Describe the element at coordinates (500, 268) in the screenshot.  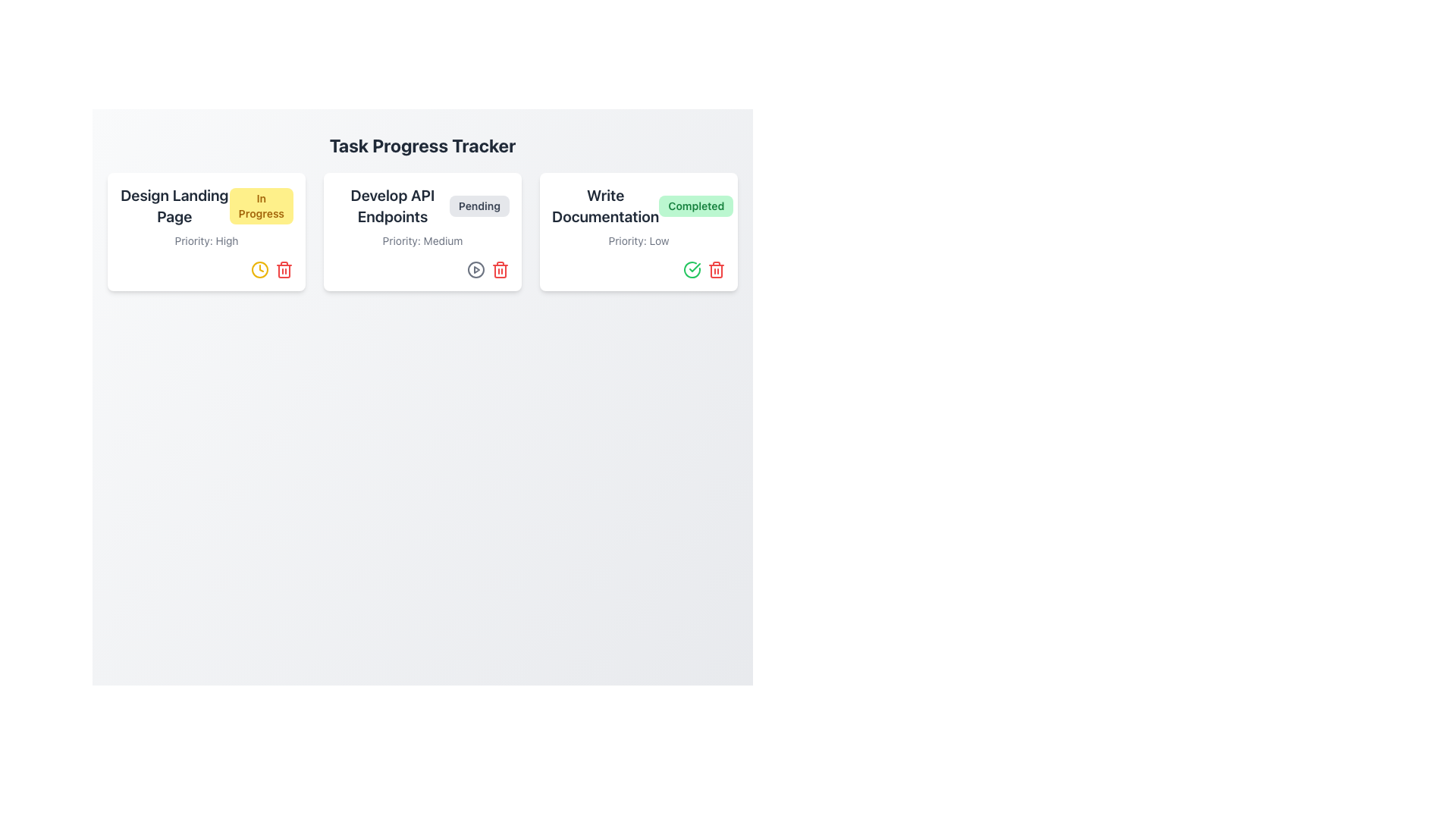
I see `the red trashcan icon button` at that location.